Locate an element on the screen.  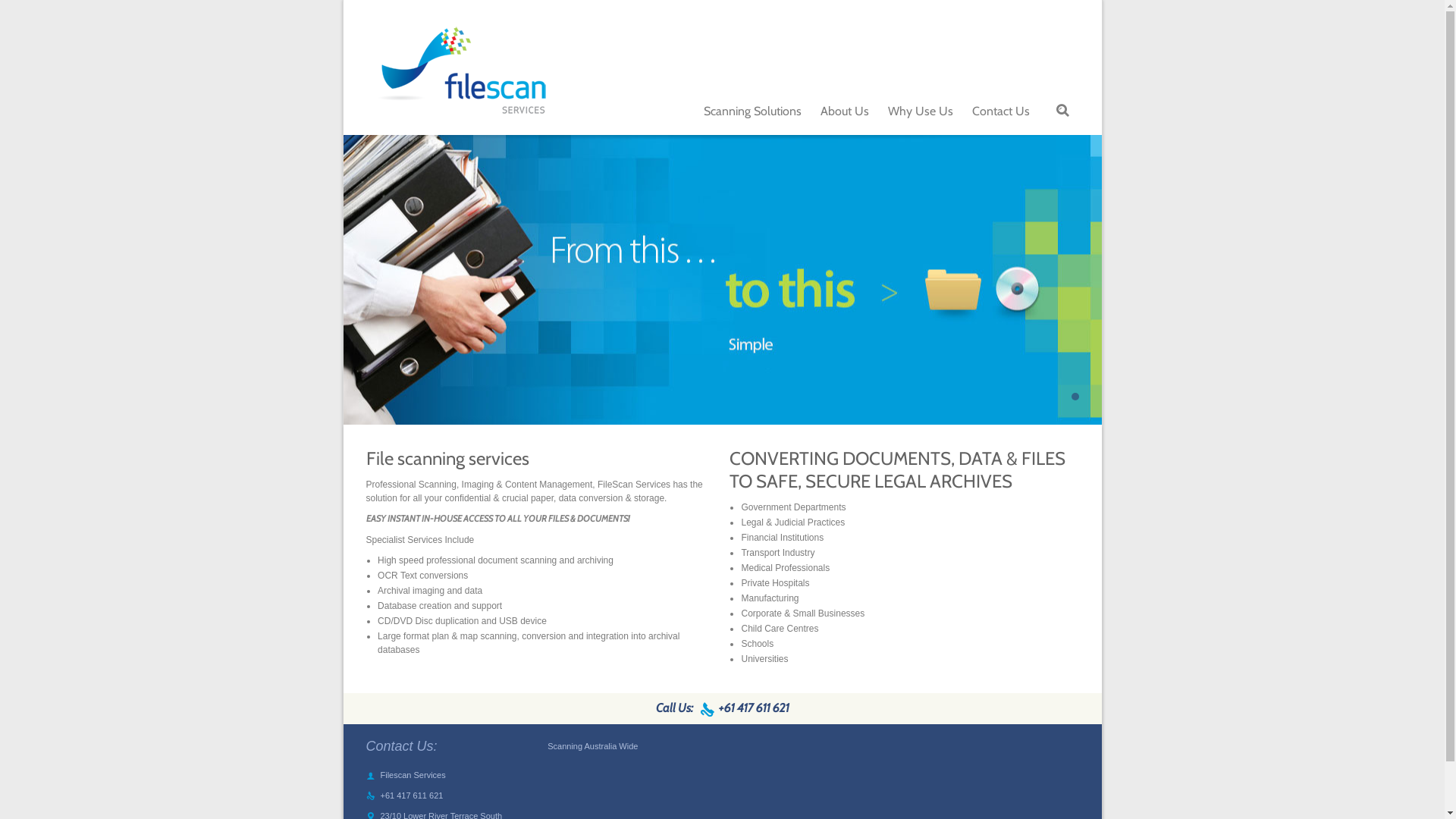
'Filescan' is located at coordinates (459, 75).